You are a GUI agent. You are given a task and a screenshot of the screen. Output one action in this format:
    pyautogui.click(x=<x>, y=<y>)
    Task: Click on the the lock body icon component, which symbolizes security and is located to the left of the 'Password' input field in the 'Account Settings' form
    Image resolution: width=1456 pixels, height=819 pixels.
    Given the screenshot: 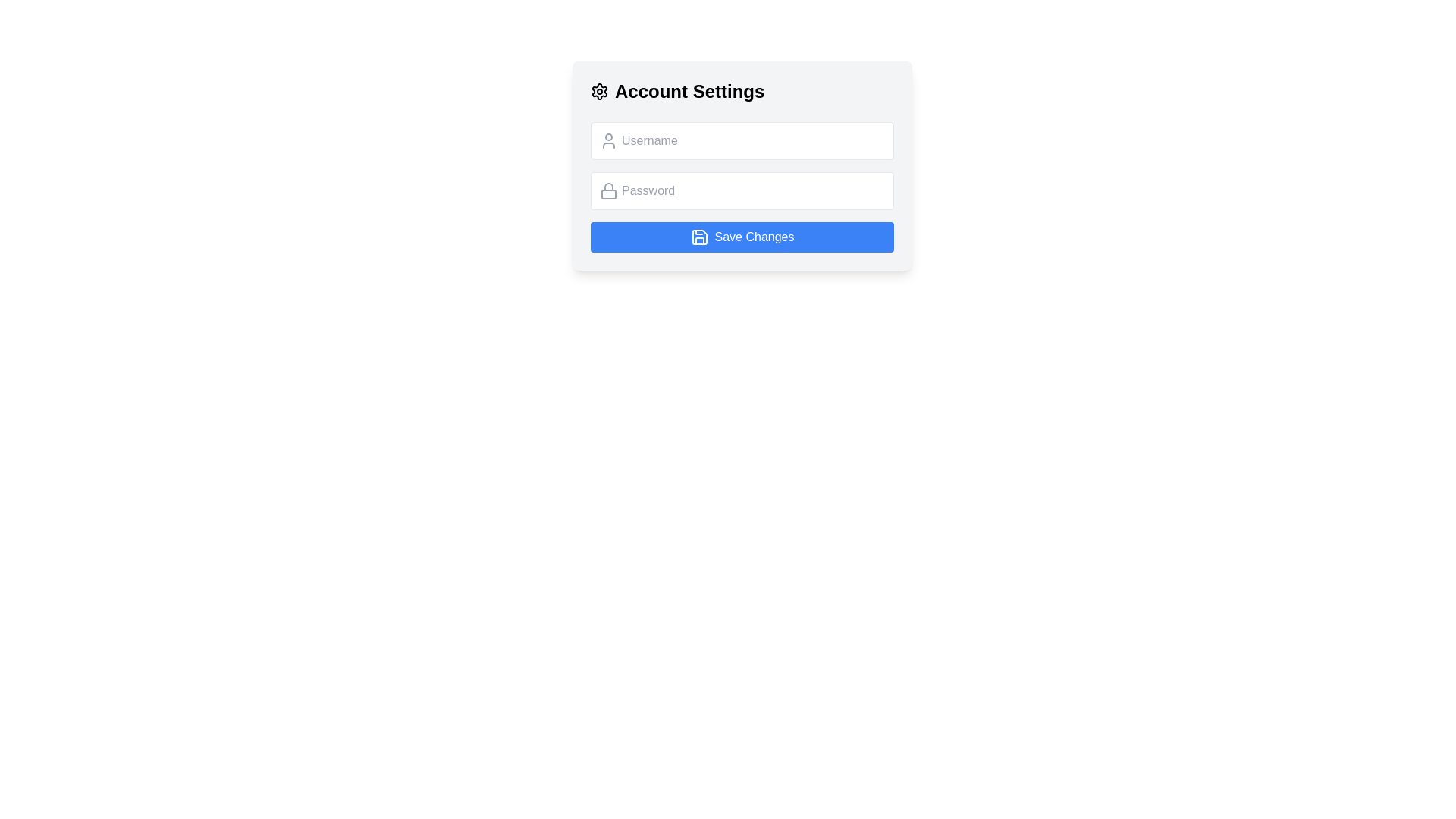 What is the action you would take?
    pyautogui.click(x=608, y=193)
    